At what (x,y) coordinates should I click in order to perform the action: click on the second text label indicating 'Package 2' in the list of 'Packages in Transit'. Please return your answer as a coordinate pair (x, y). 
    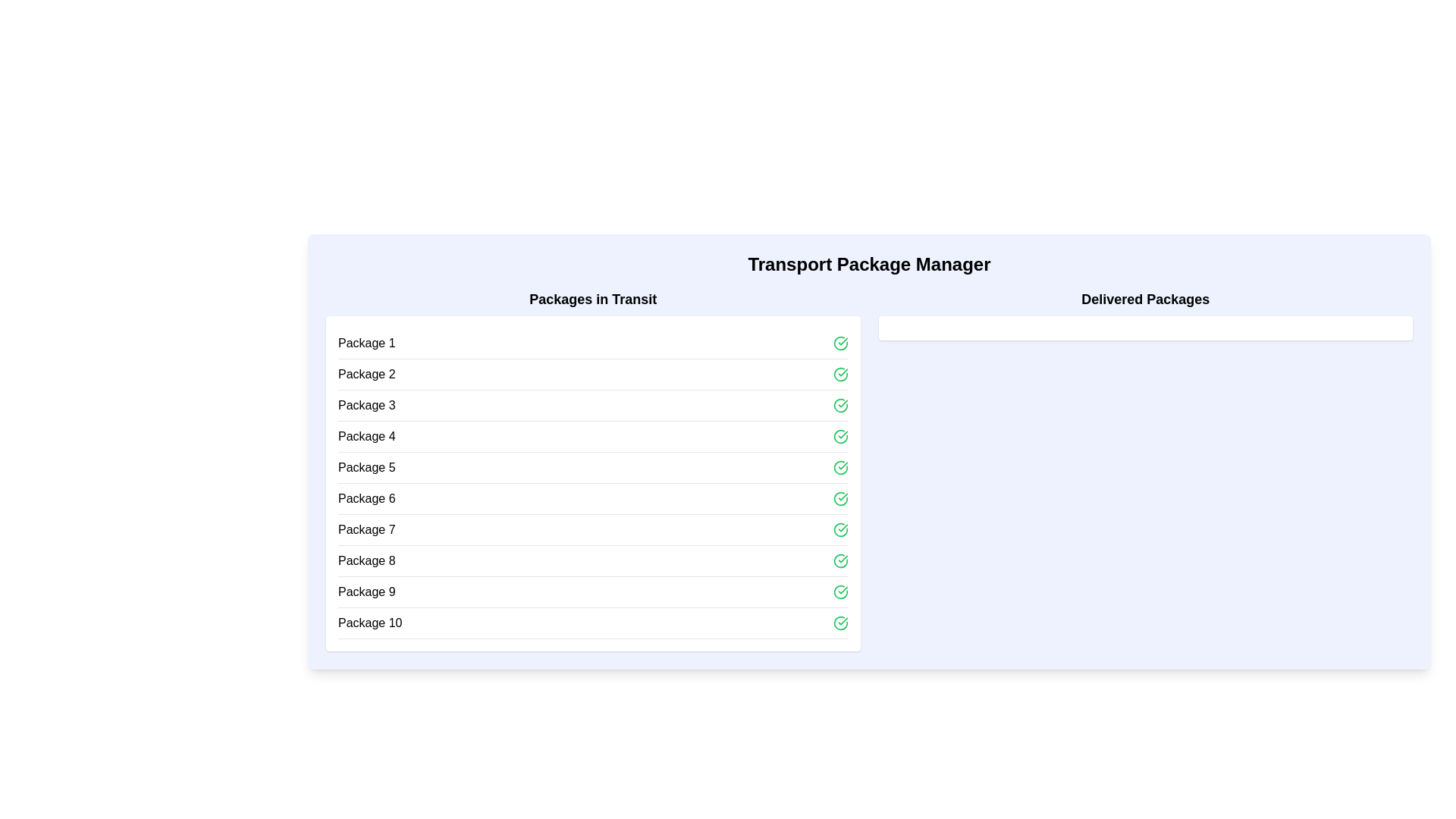
    Looking at the image, I should click on (366, 374).